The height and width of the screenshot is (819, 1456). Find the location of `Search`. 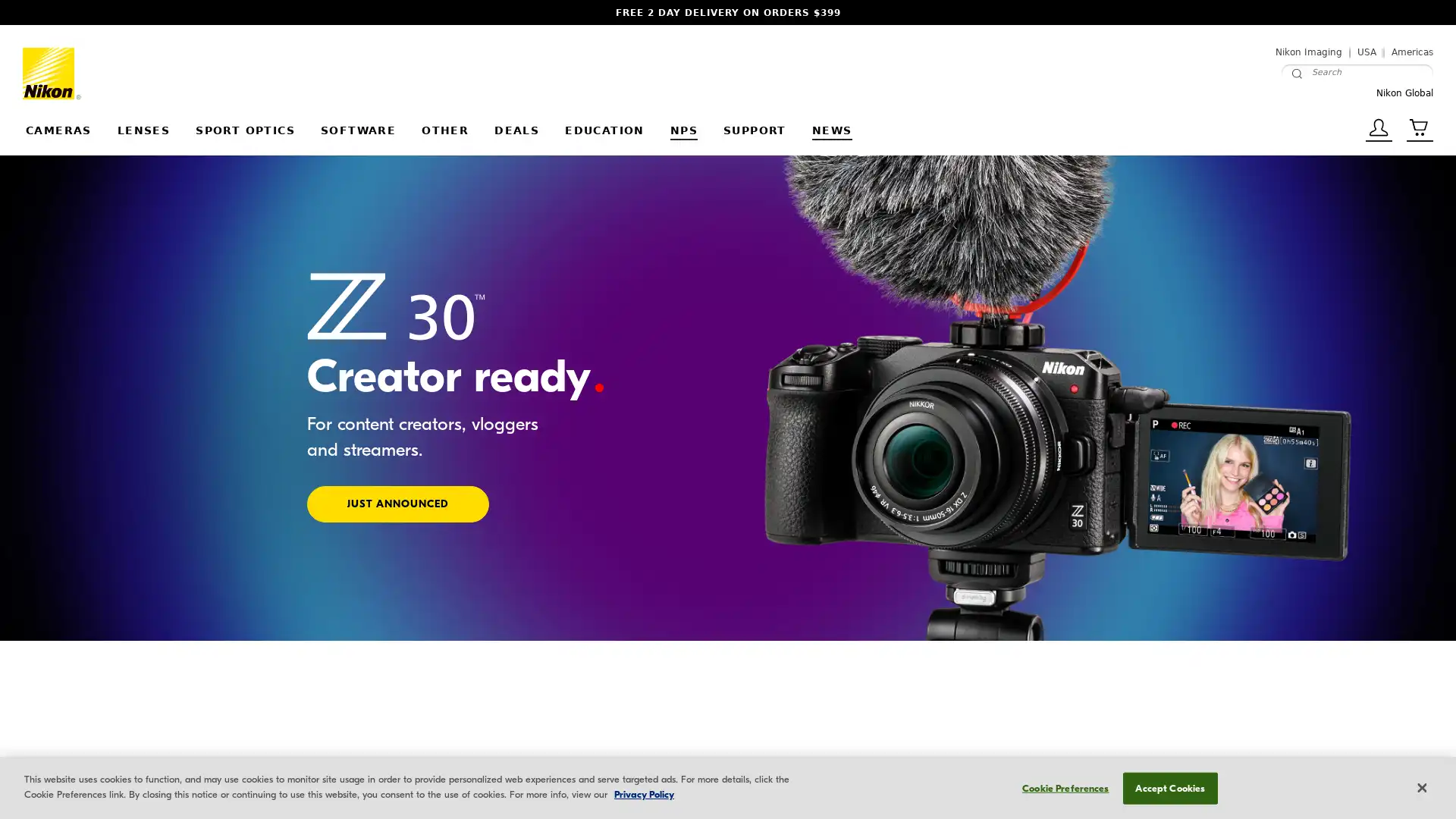

Search is located at coordinates (1295, 73).